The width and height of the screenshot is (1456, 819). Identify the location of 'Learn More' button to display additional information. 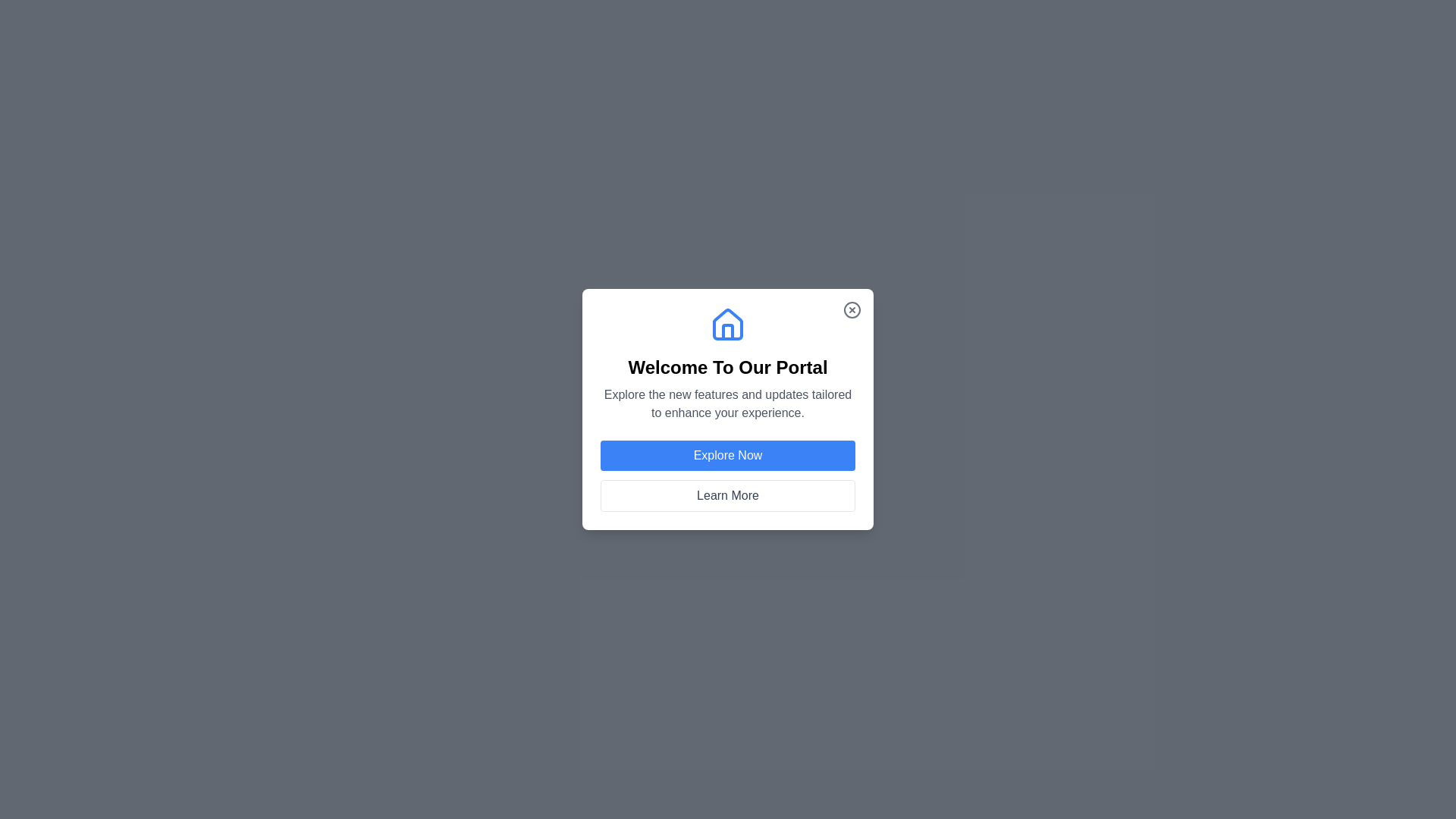
(728, 496).